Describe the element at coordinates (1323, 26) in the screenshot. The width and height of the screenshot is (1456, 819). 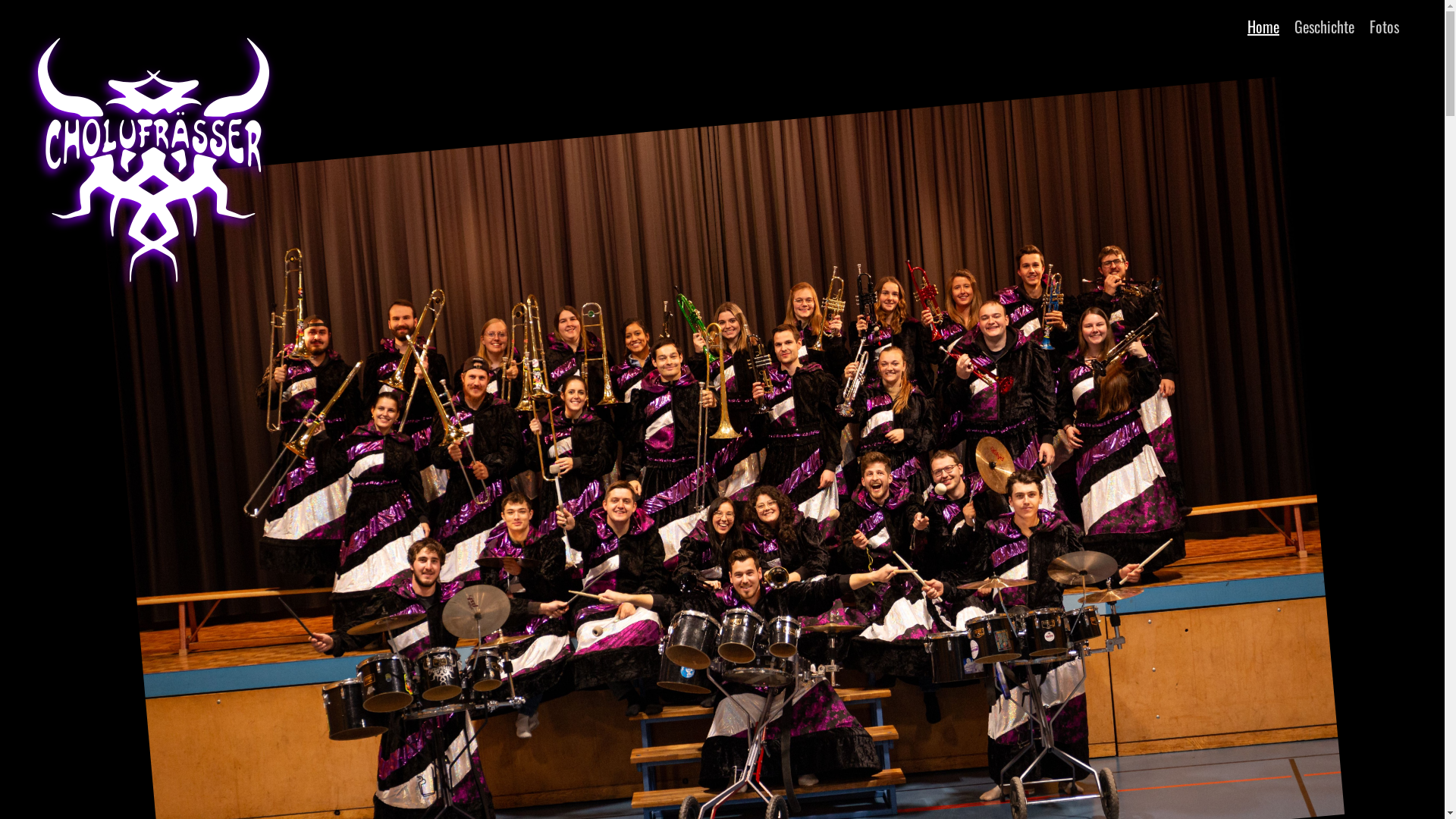
I see `'Geschichte'` at that location.